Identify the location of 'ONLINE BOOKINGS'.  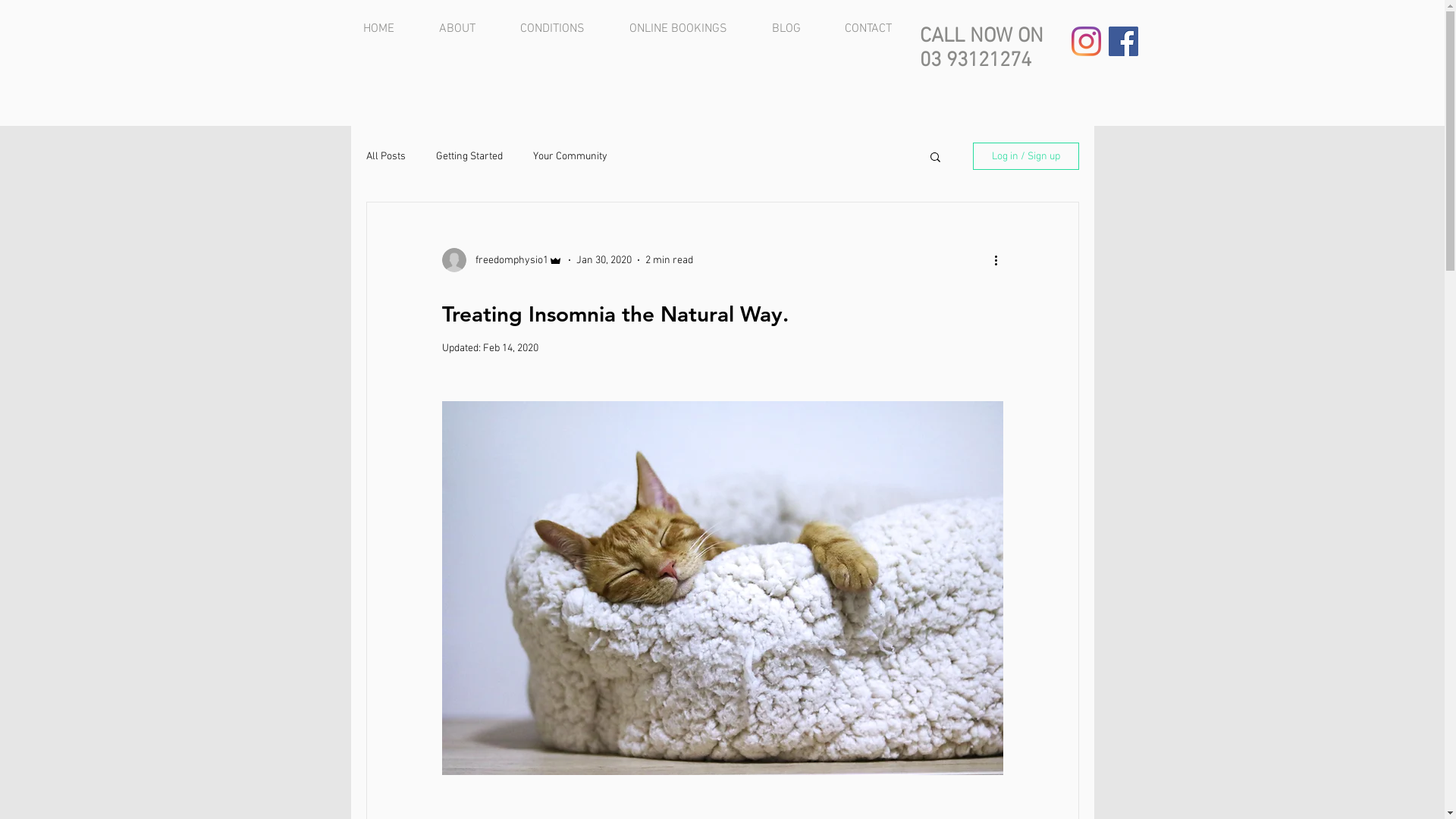
(617, 29).